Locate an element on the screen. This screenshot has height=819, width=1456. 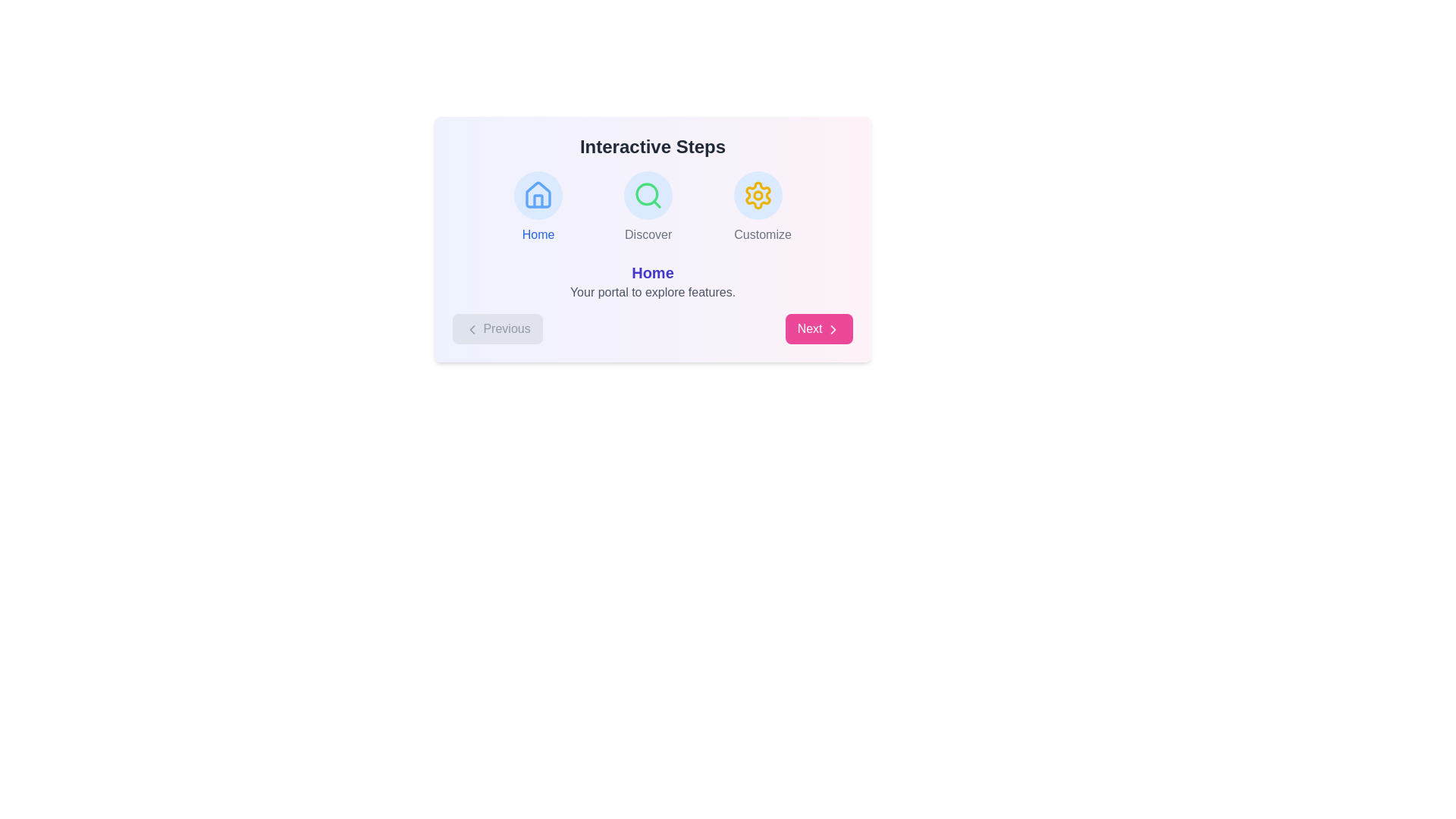
the 'Customize' icon, which is the third icon in a row of three, located to the right of the 'Discover' icon is located at coordinates (758, 195).